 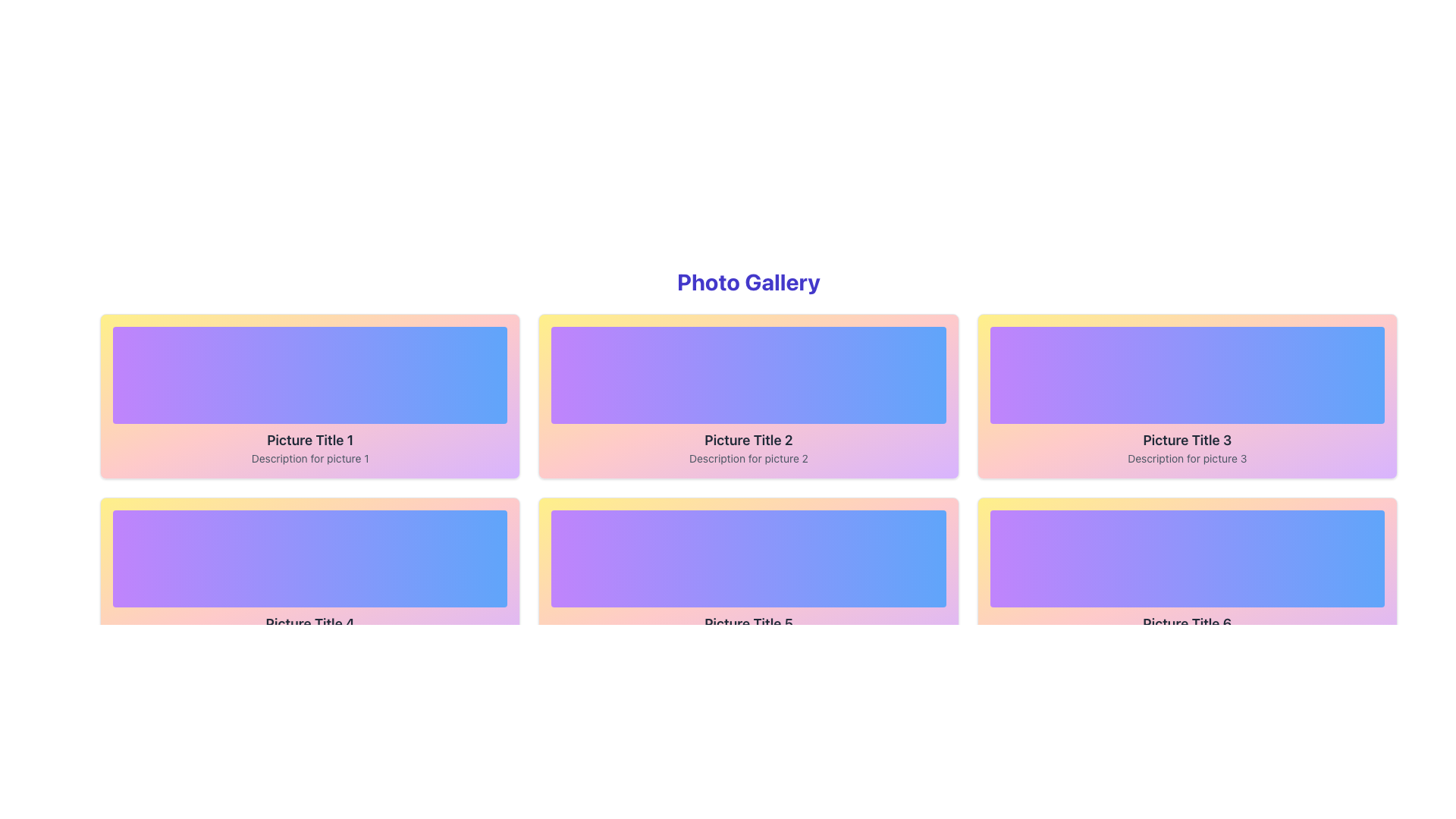 I want to click on the Decorative Box located in the bottom-right corner of the 2x3 grid structure, which serves as a visual banner above 'Picture Title 6' and 'Description for picture 6', so click(x=1186, y=558).